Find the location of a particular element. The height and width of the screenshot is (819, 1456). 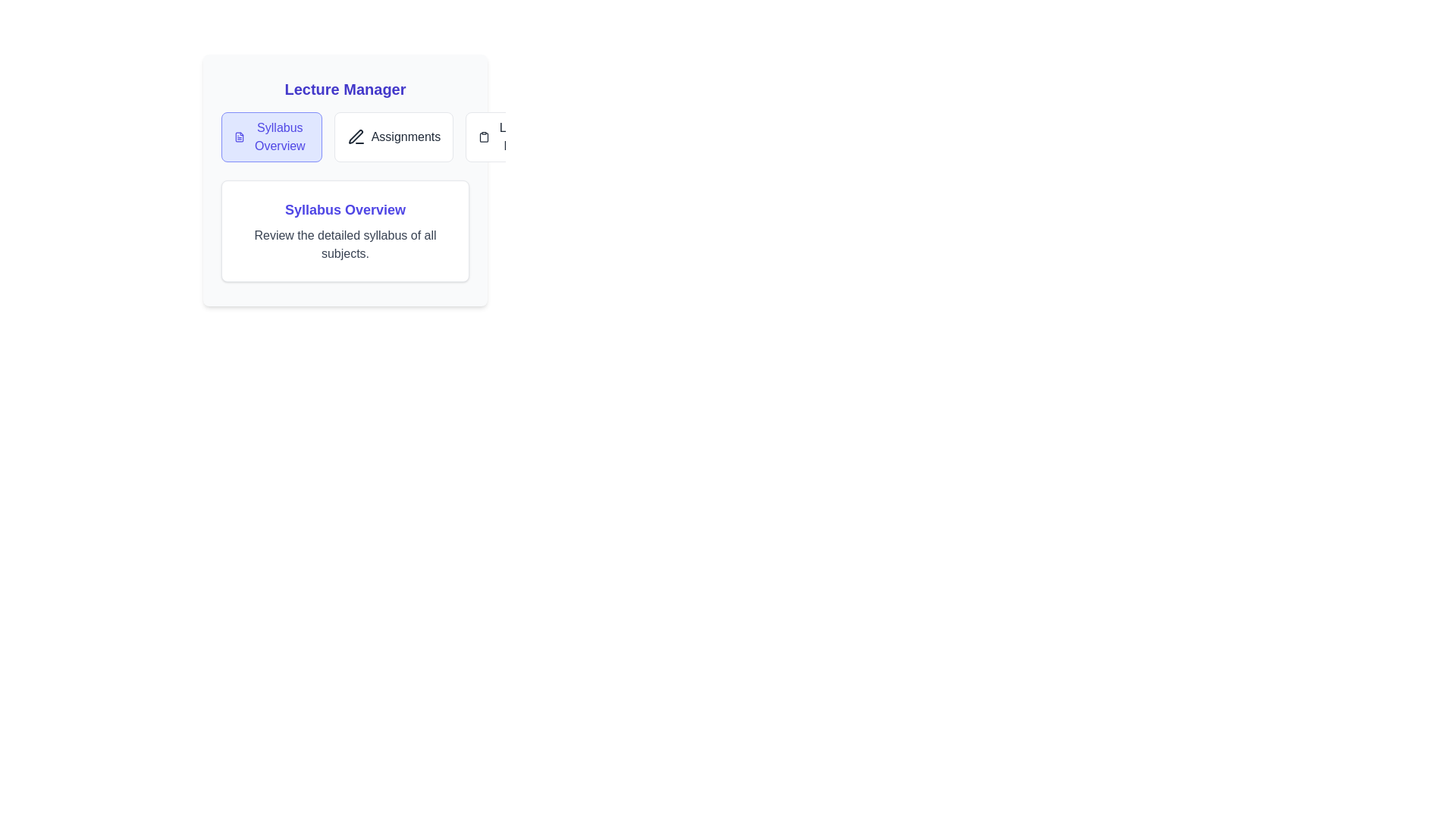

the Informative Section that provides an overview of the syllabus for all subjects, located below the title 'Lecture Manager' is located at coordinates (344, 180).